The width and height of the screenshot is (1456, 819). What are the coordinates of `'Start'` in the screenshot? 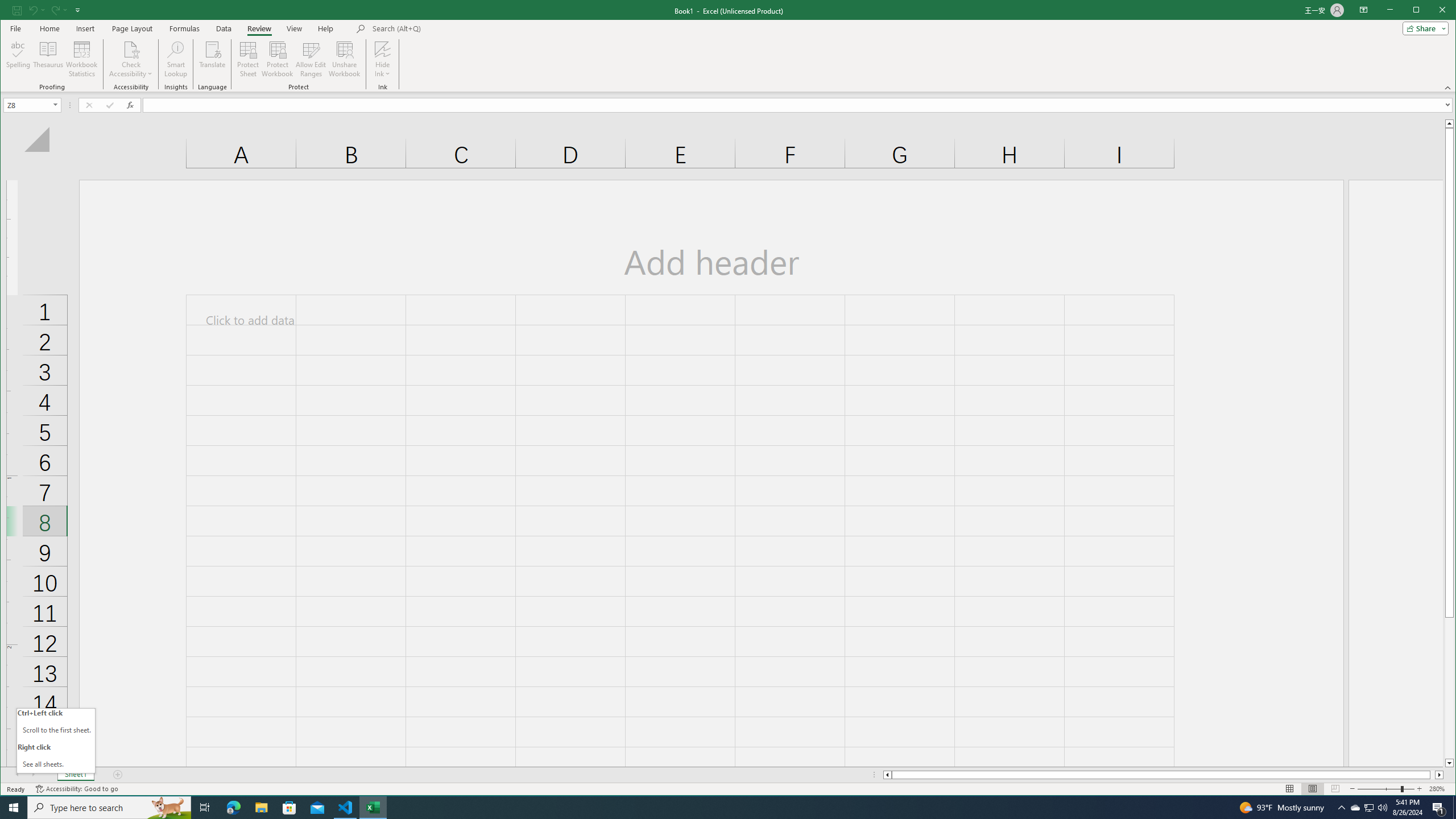 It's located at (14, 806).